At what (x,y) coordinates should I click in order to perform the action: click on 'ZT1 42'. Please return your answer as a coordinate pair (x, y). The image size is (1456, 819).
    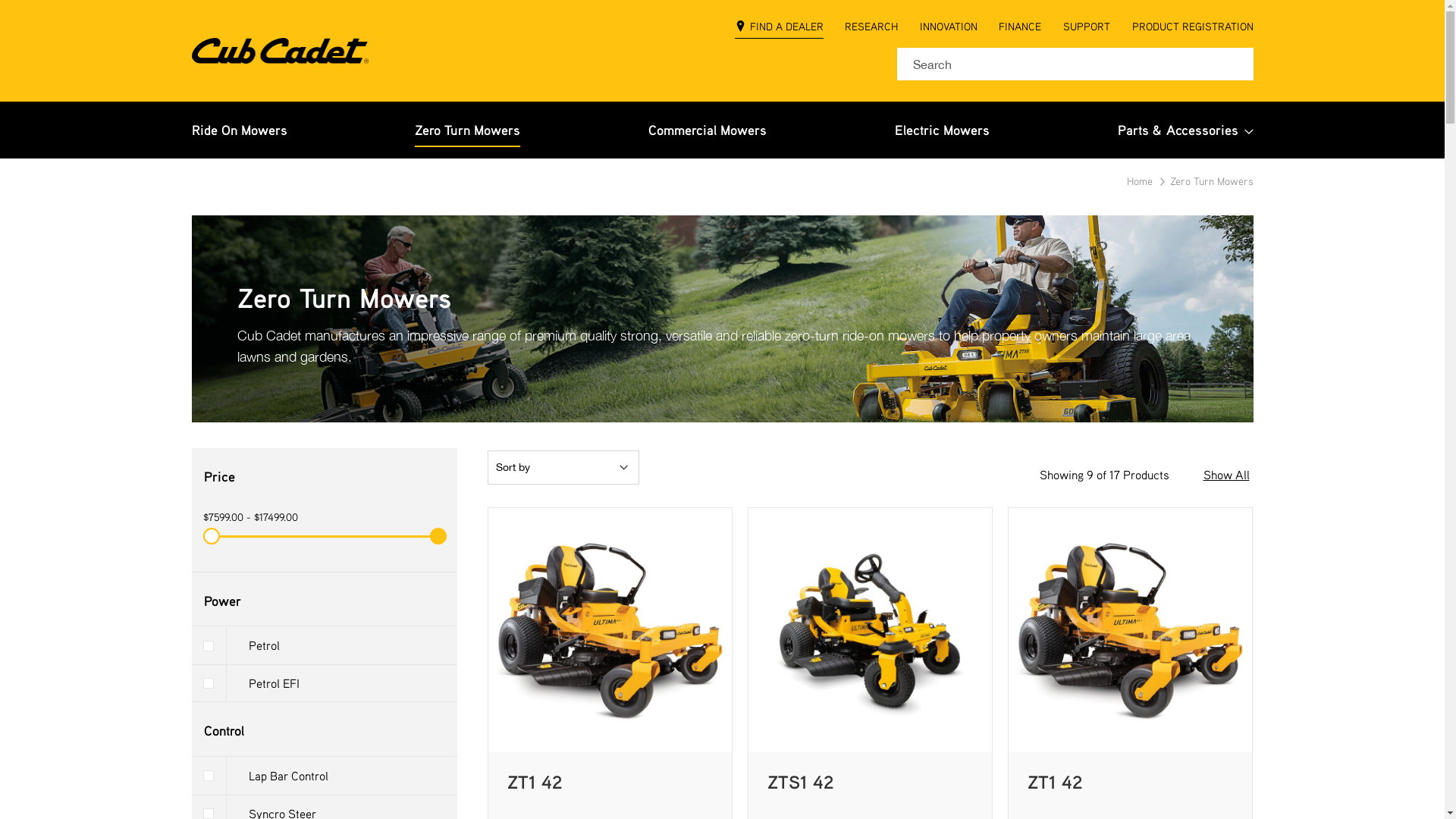
    Looking at the image, I should click on (1054, 781).